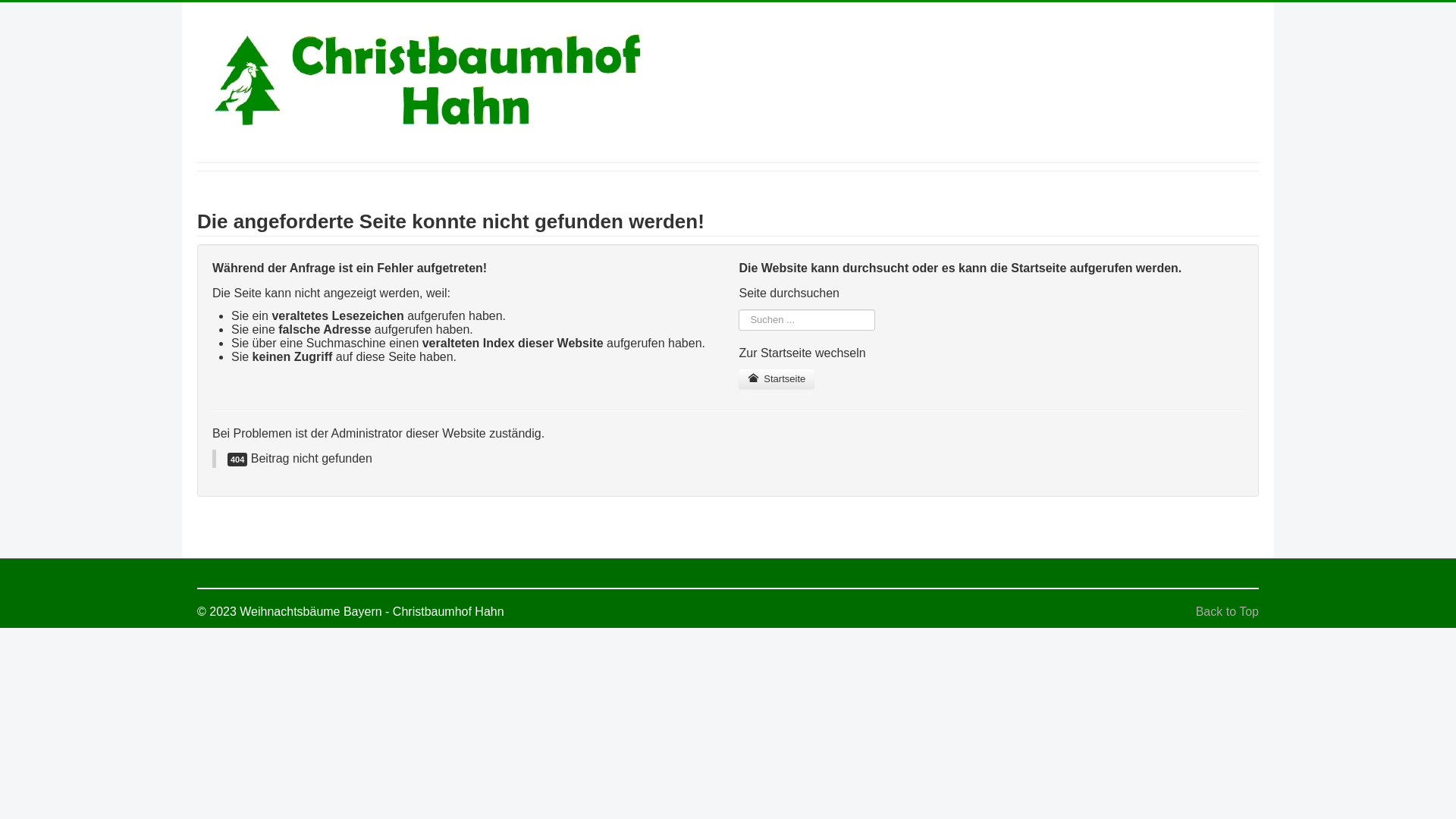  Describe the element at coordinates (1195, 610) in the screenshot. I see `'Back to Top'` at that location.